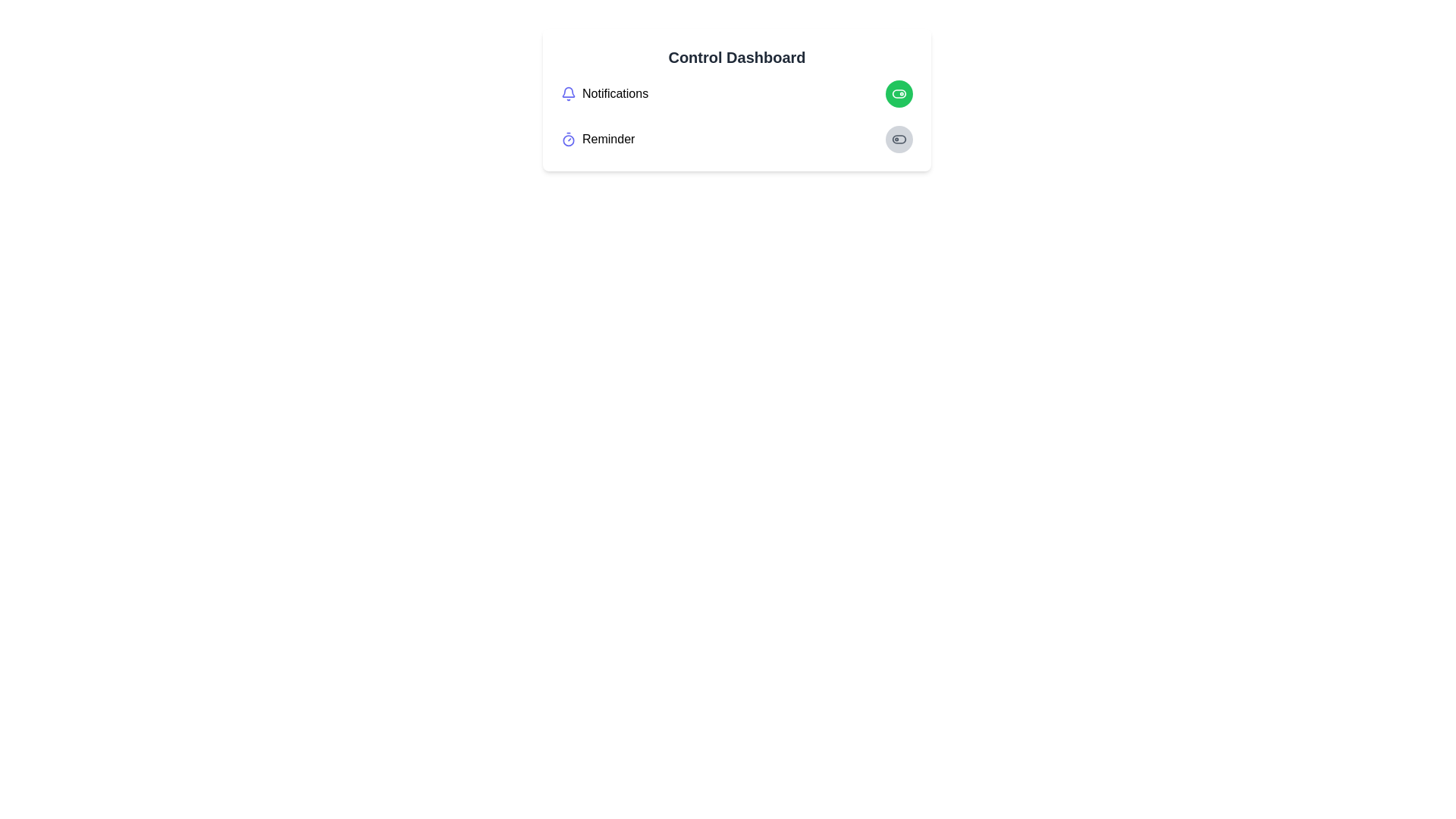 Image resolution: width=1456 pixels, height=819 pixels. I want to click on the central circular shape of the clock-like reminder icon with a blue border located to the left of the 'Reminder' text, so click(567, 140).